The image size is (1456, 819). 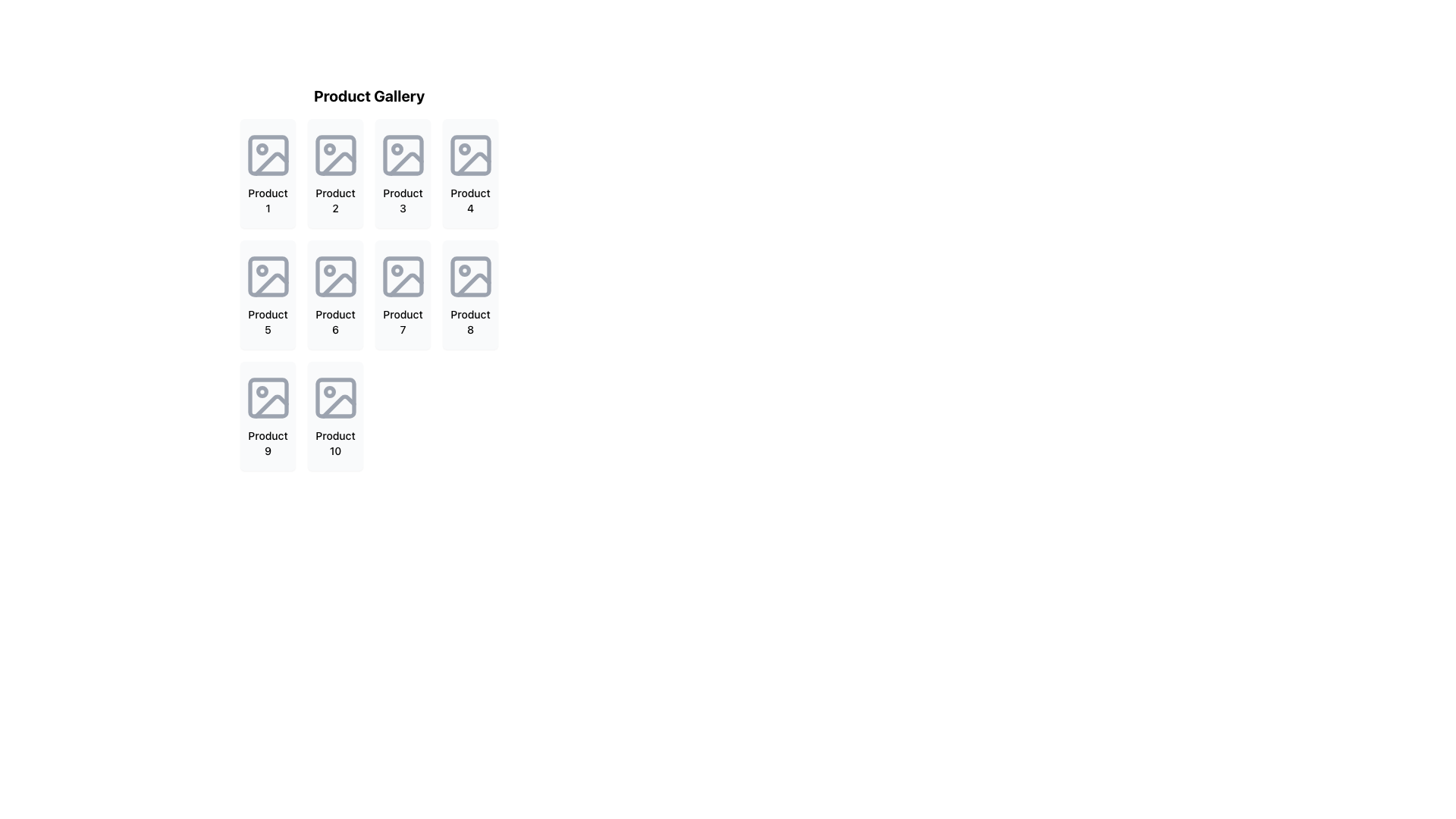 I want to click on the card representing 'Product 10' located at the bottom-right corner of the product gallery, so click(x=334, y=416).